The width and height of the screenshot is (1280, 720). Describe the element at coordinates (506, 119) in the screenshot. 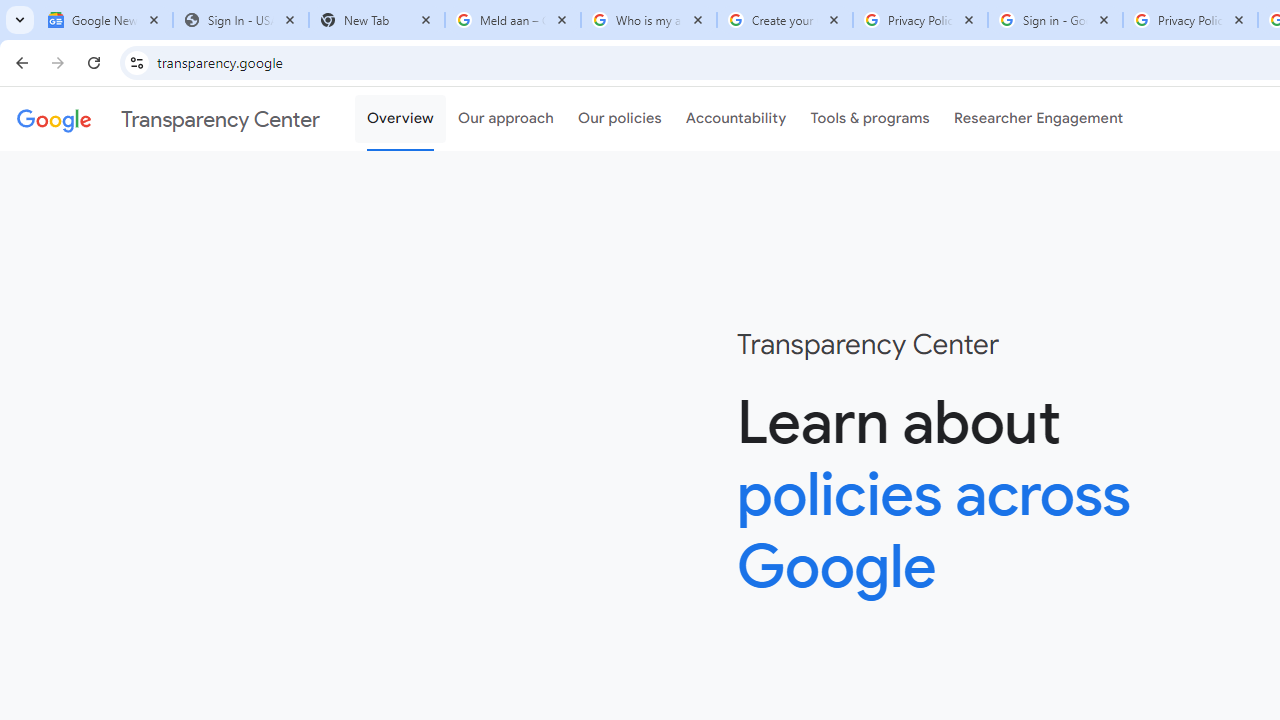

I see `'Our approach'` at that location.